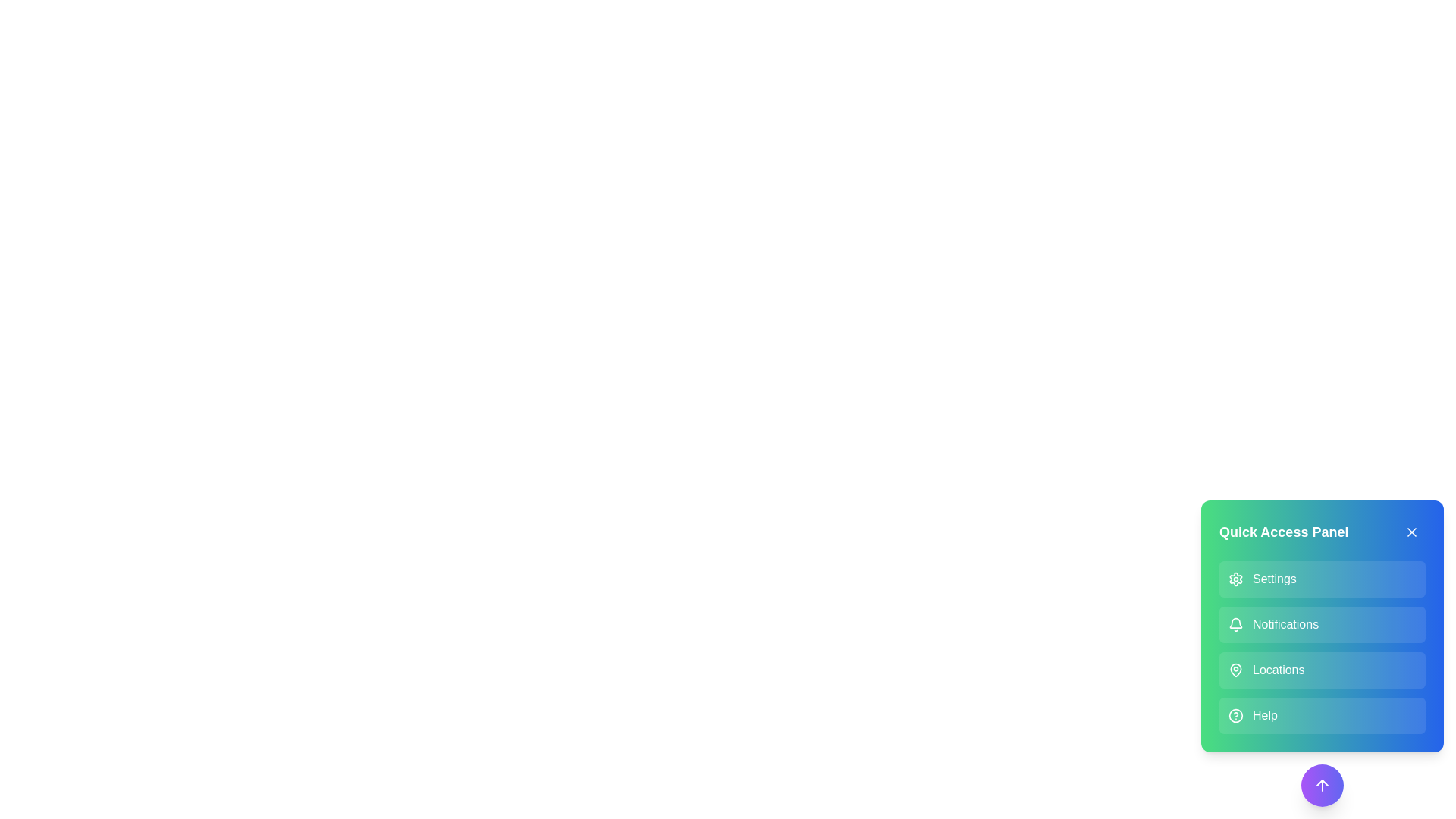 This screenshot has height=819, width=1456. I want to click on the text label displaying 'Quick Access Panel', which is styled in bold and larger font, located at the top-left corner of its panel area, so click(1283, 532).